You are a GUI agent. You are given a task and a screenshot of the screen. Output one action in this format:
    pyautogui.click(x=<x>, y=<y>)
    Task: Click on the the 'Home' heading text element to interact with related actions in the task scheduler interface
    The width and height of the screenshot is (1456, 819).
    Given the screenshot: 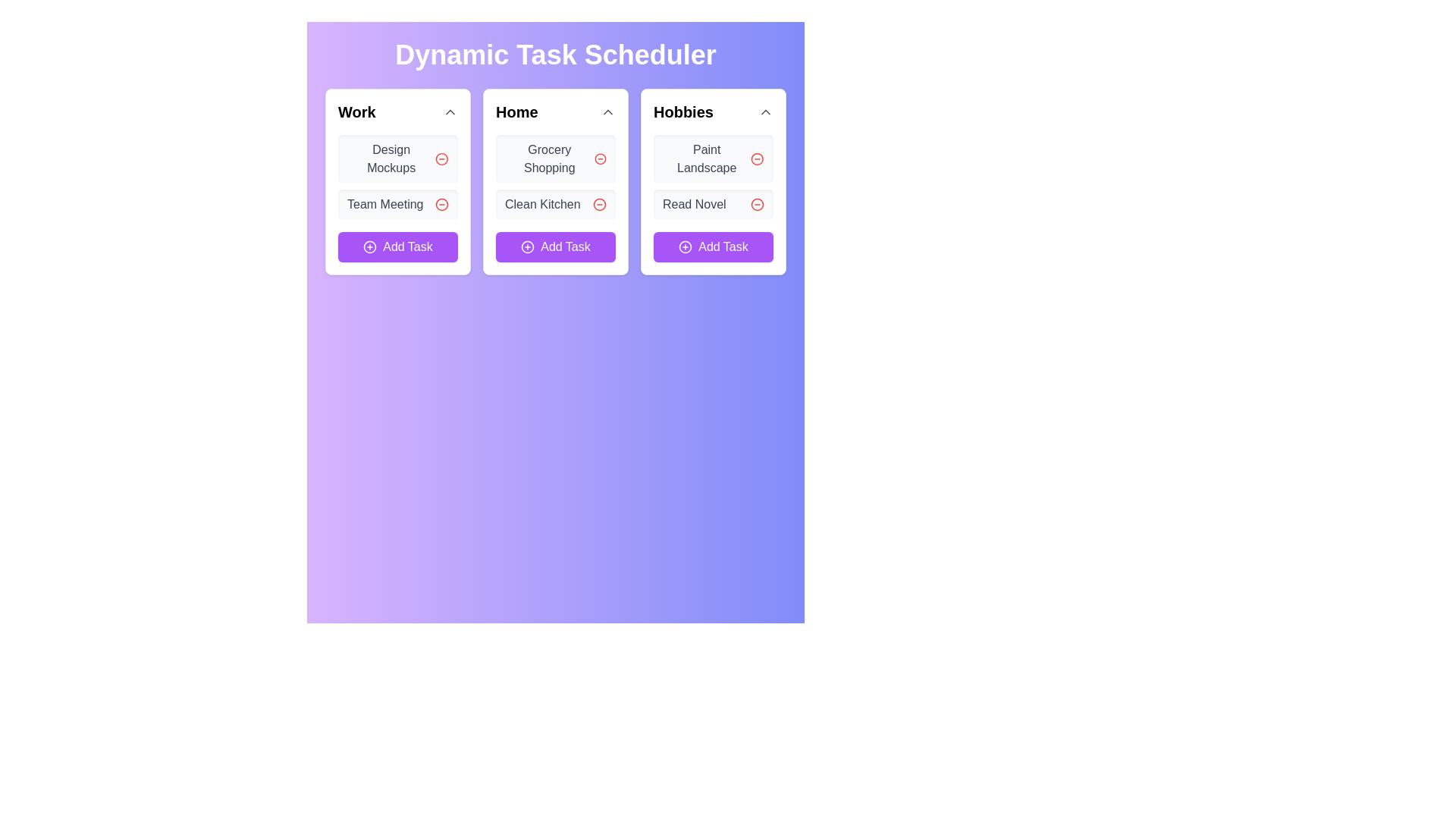 What is the action you would take?
    pyautogui.click(x=516, y=111)
    